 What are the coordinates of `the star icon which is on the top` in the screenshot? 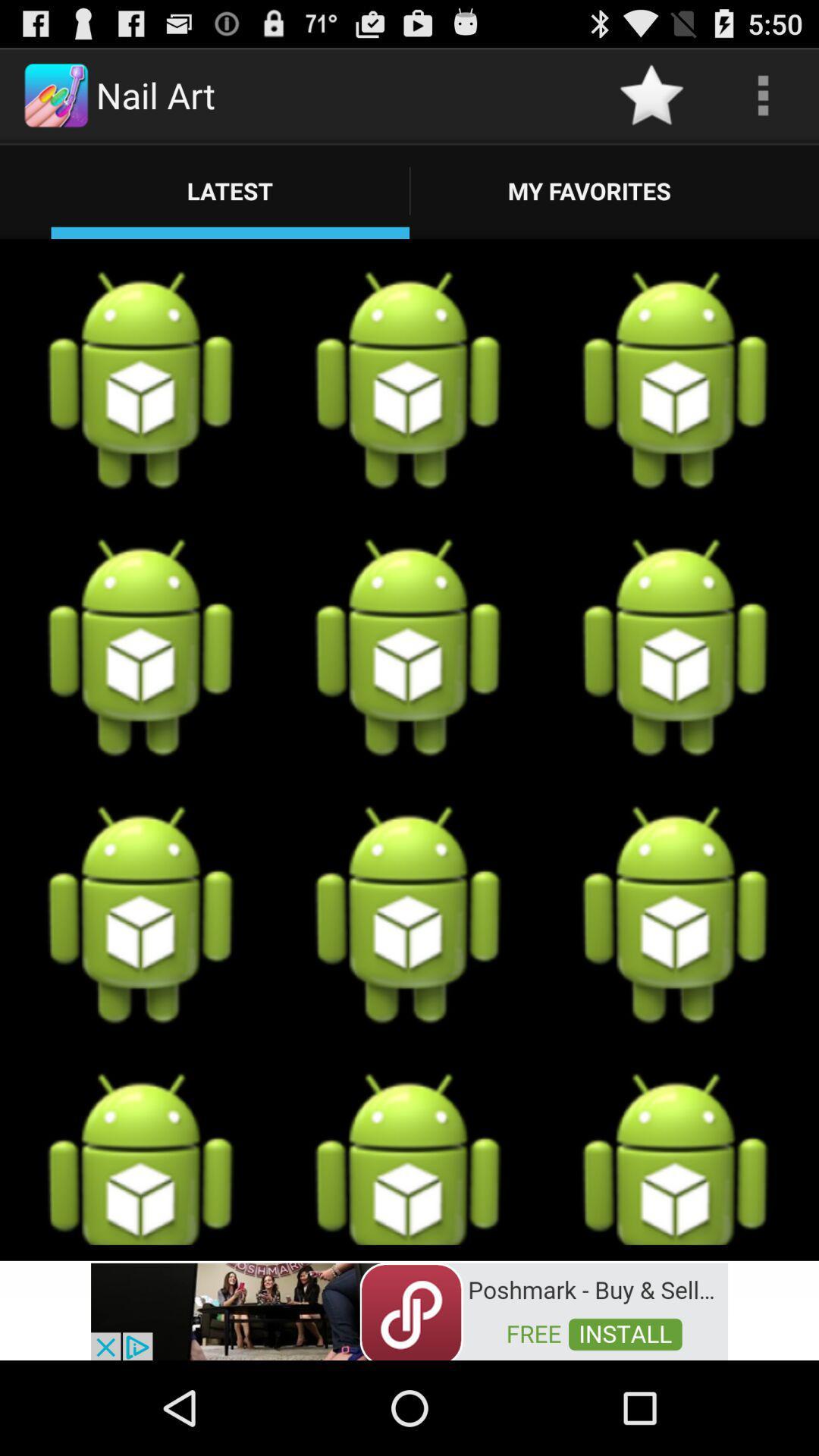 It's located at (651, 94).